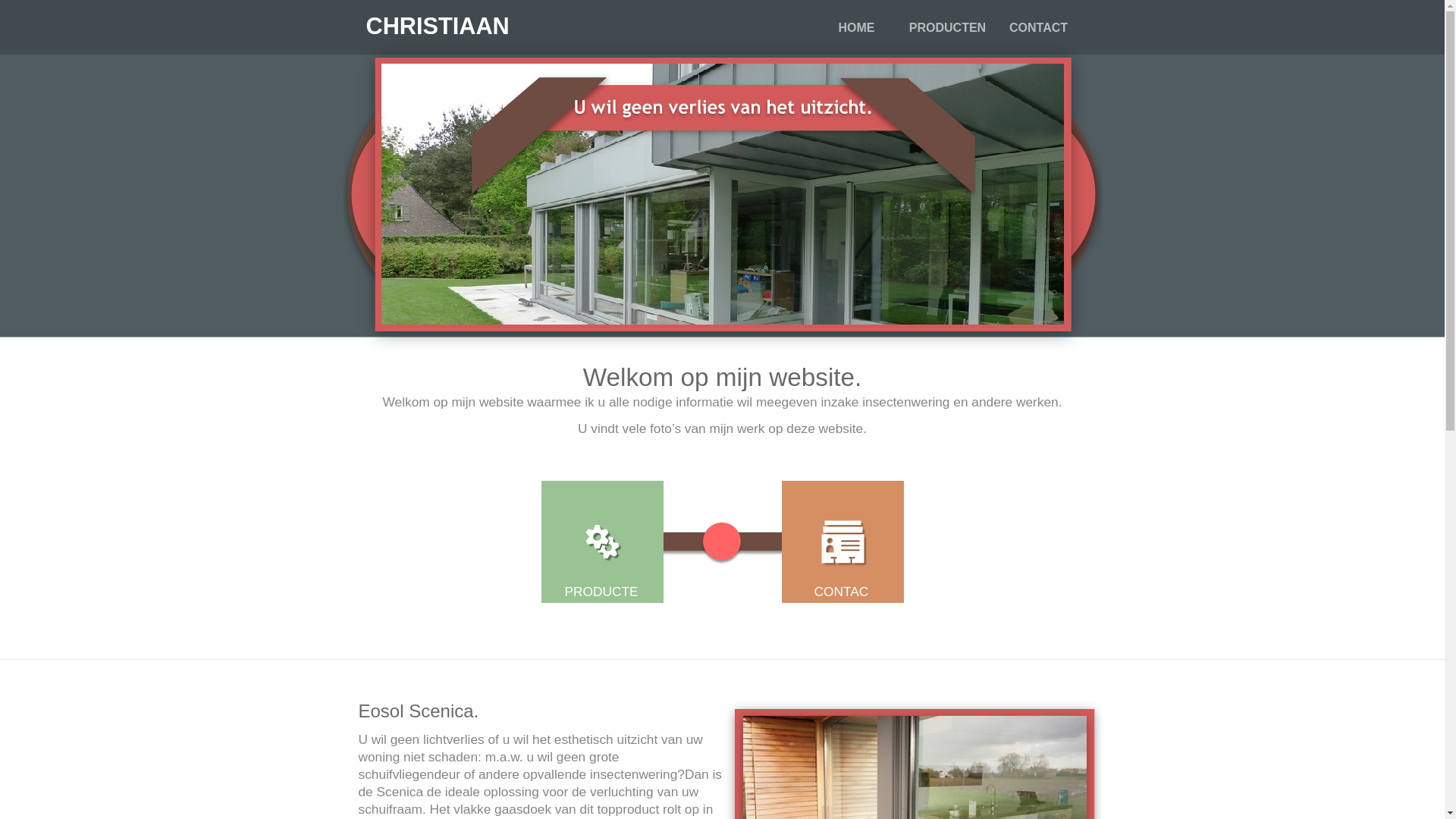 The width and height of the screenshot is (1456, 819). What do you see at coordinates (436, 40) in the screenshot?
I see `'CHRISTIAAN DECOCK'` at bounding box center [436, 40].